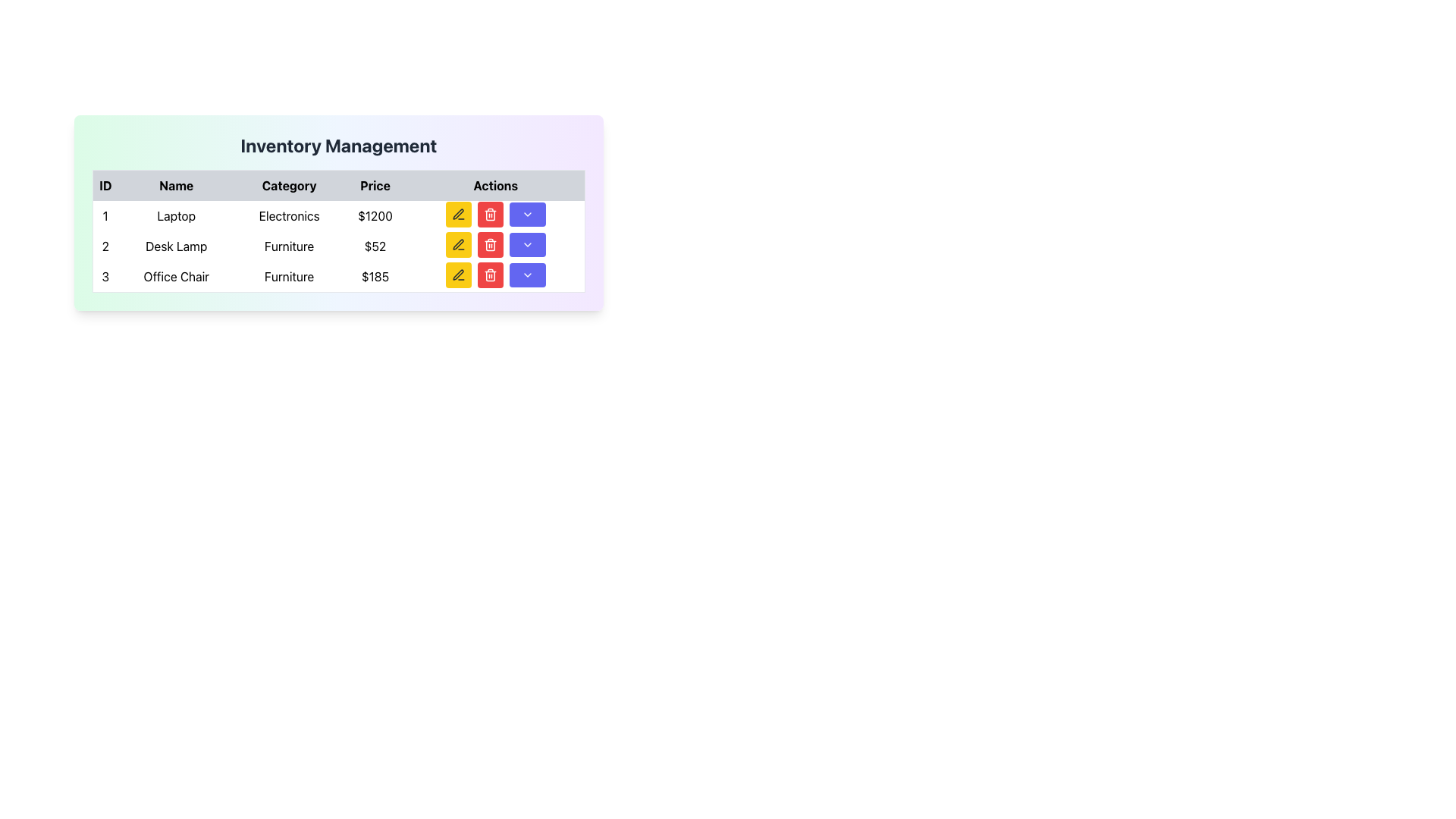  I want to click on the yellow square-shaped button with a pen icon in the 'Actions' column of the last row in the 'Inventory Management' table, so click(457, 275).